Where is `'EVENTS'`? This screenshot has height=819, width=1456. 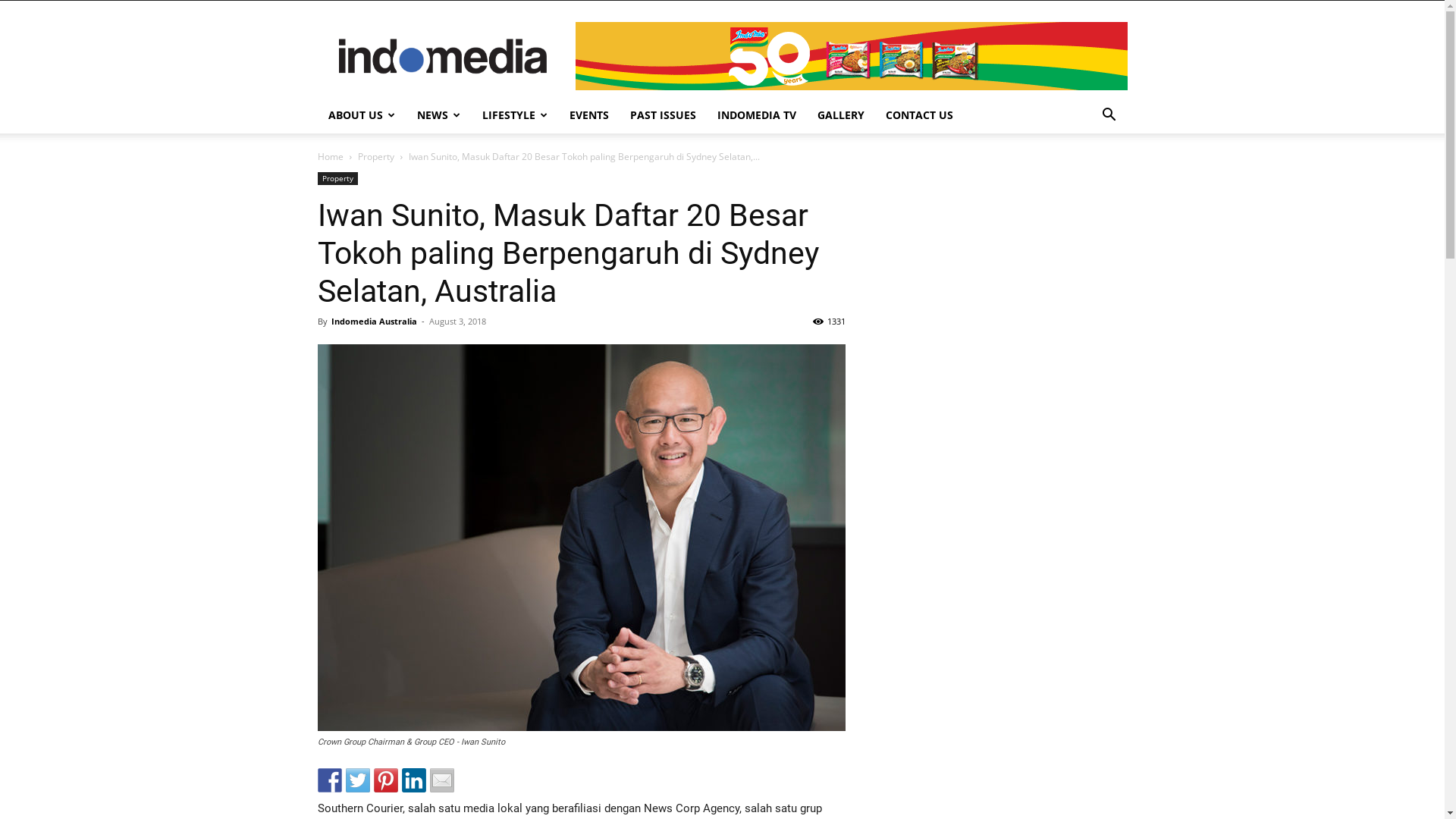 'EVENTS' is located at coordinates (588, 114).